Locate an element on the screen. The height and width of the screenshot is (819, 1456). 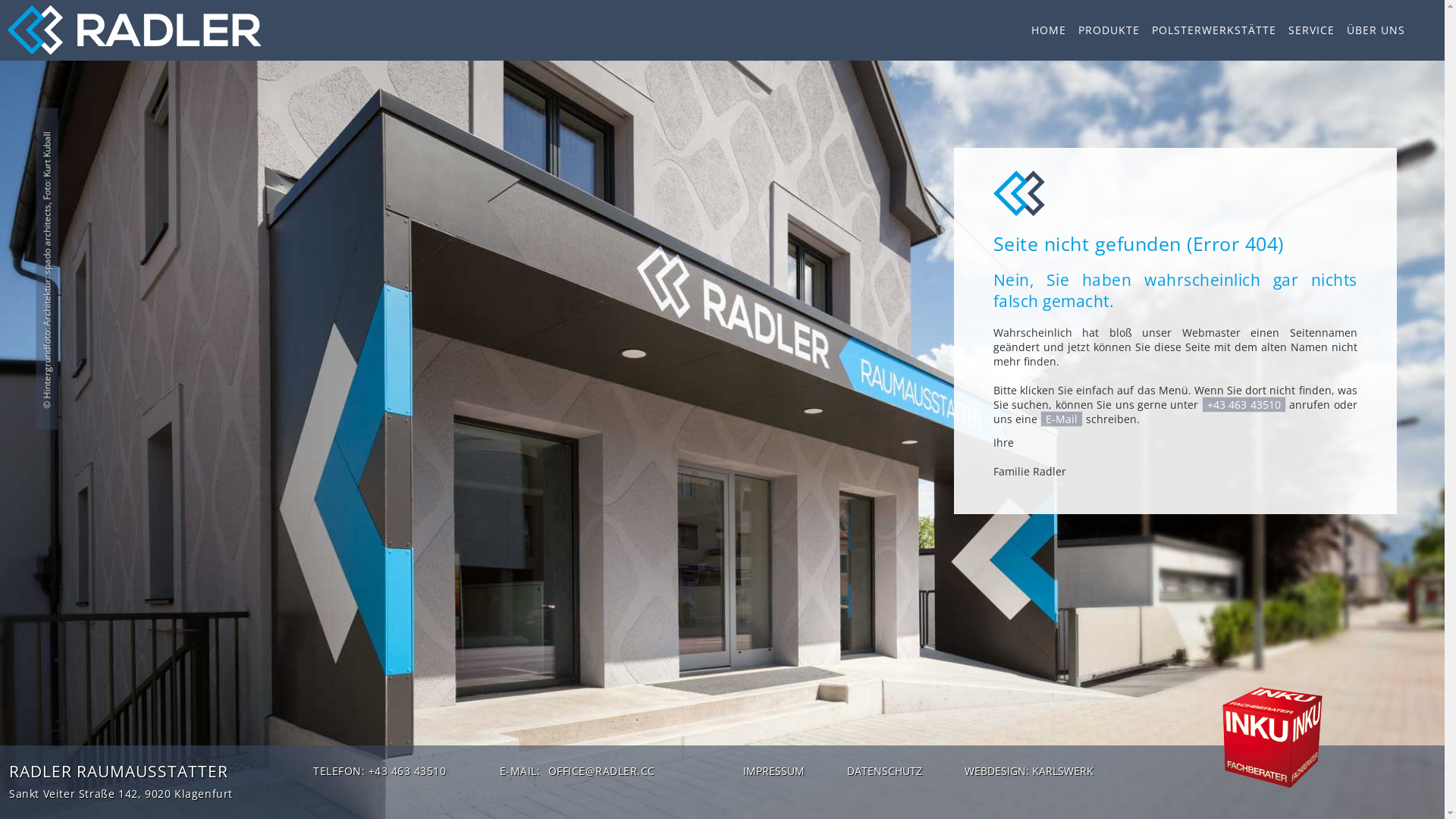
'TELEFON: +43 463 43510' is located at coordinates (379, 770).